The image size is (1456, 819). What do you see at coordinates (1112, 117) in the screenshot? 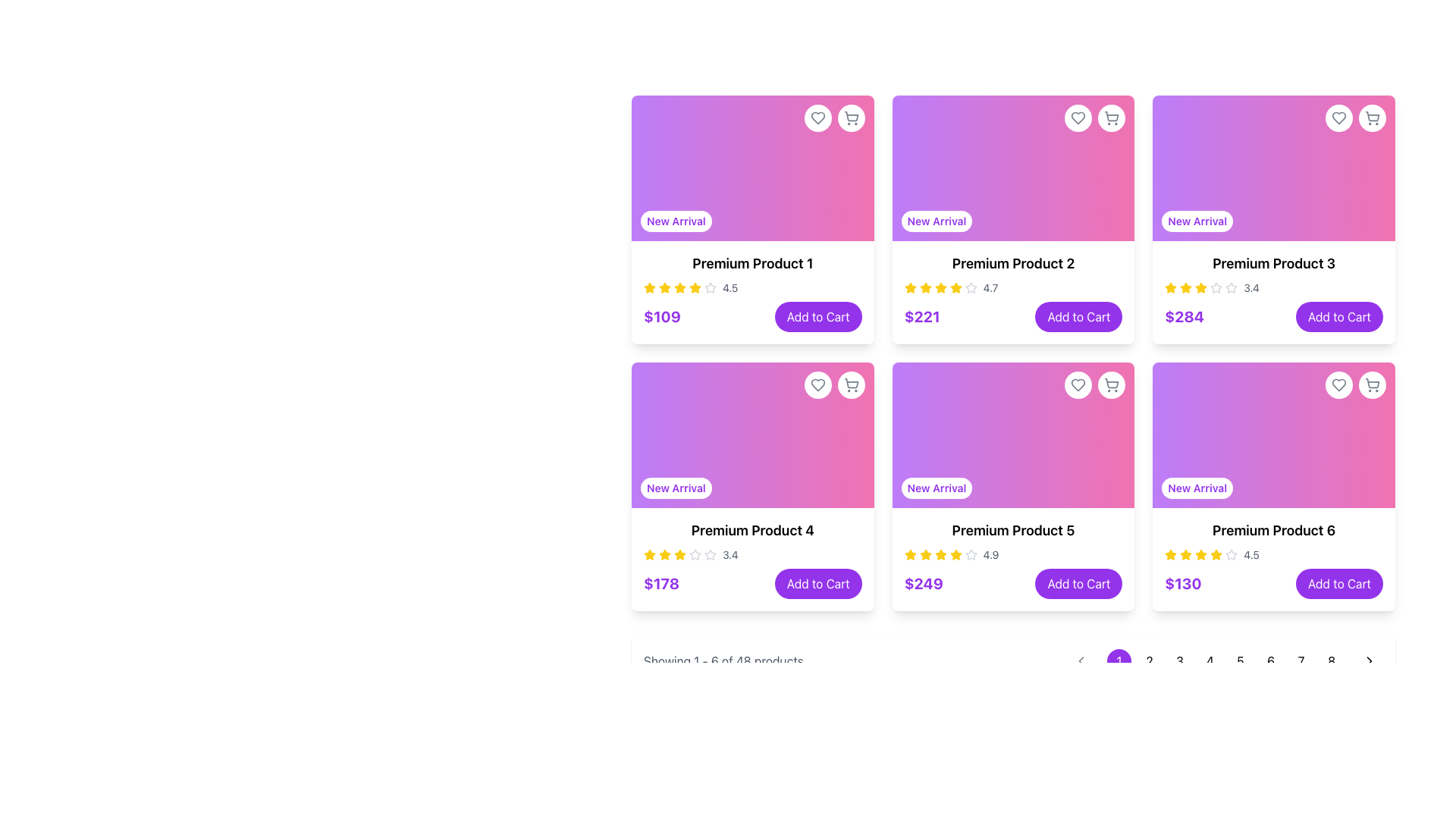
I see `the round button with a white background and a shopping cart icon located at the top-right corner of the 'Premium Product 2' card` at bounding box center [1112, 117].